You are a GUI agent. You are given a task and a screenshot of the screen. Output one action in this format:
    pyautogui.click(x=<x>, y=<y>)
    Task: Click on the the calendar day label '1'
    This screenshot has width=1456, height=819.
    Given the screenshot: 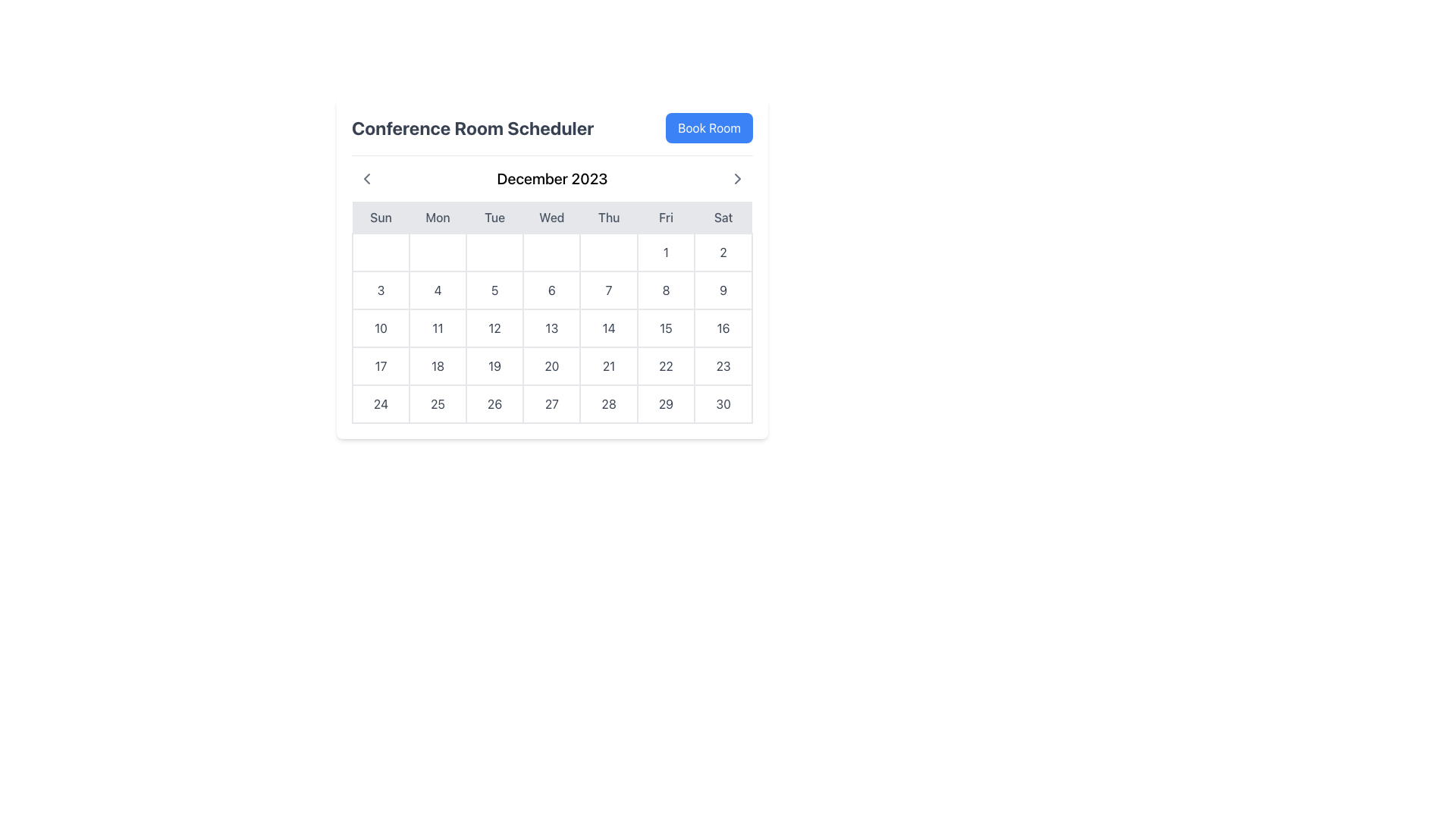 What is the action you would take?
    pyautogui.click(x=666, y=251)
    